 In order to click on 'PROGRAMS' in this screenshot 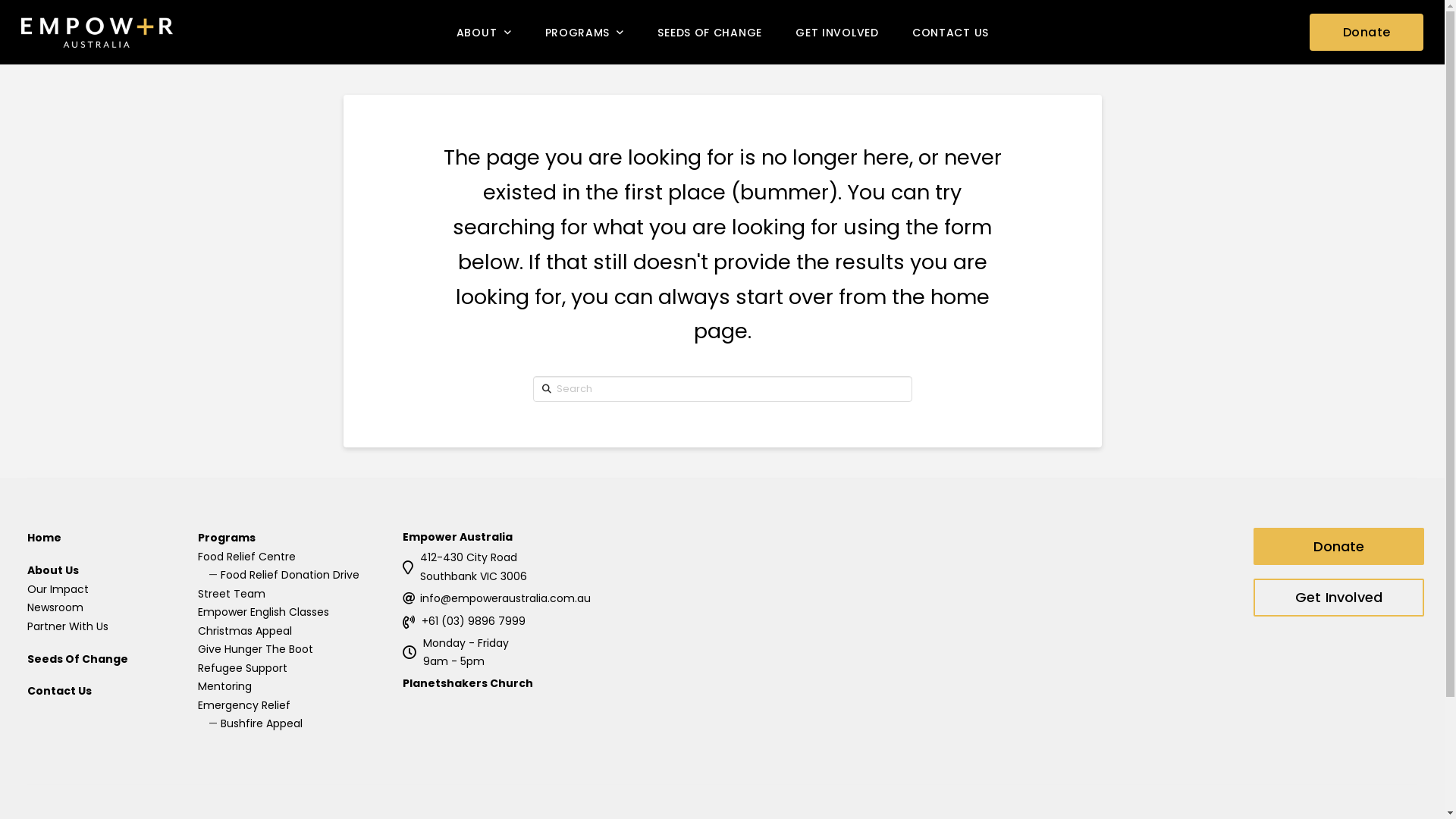, I will do `click(583, 32)`.